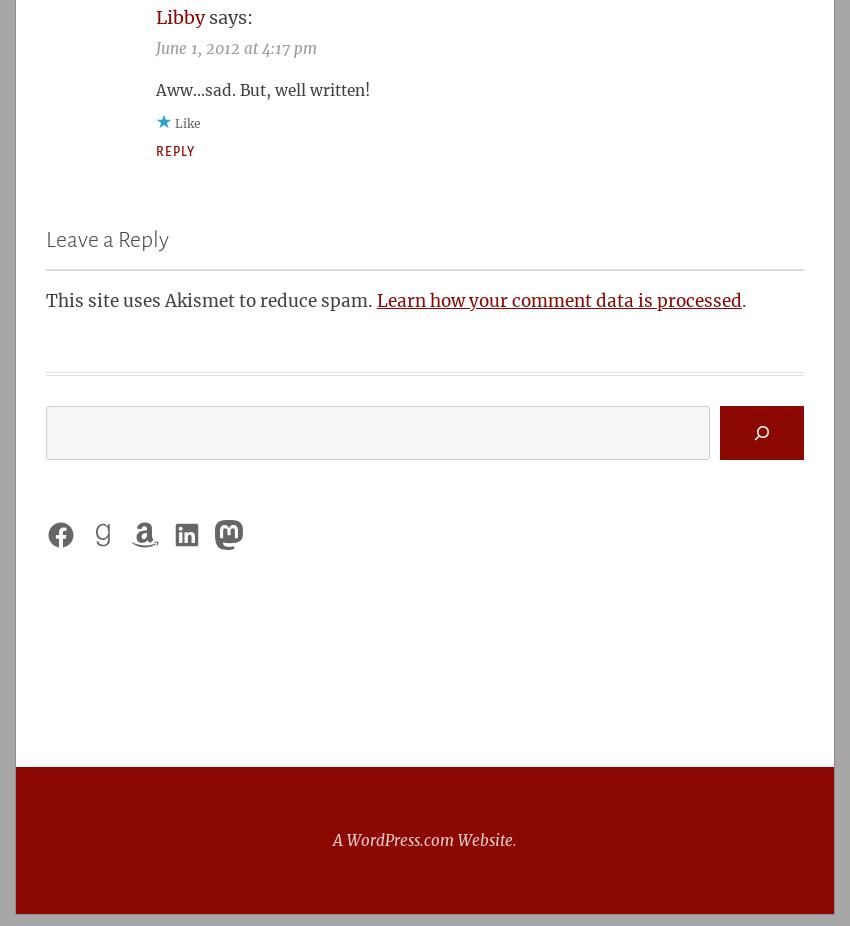  I want to click on 'Libby', so click(179, 16).